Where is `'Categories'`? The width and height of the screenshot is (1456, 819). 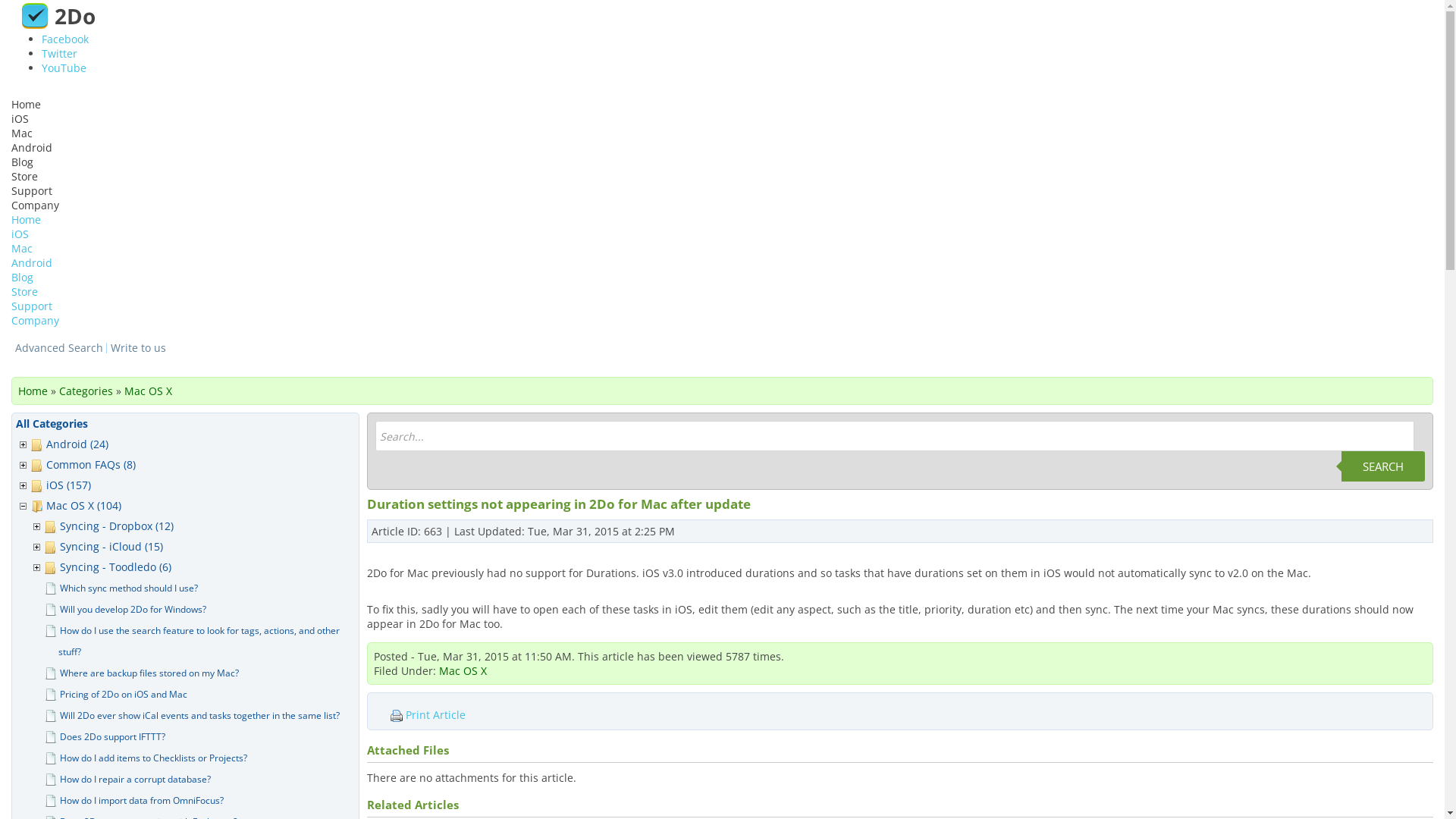
'Categories' is located at coordinates (85, 390).